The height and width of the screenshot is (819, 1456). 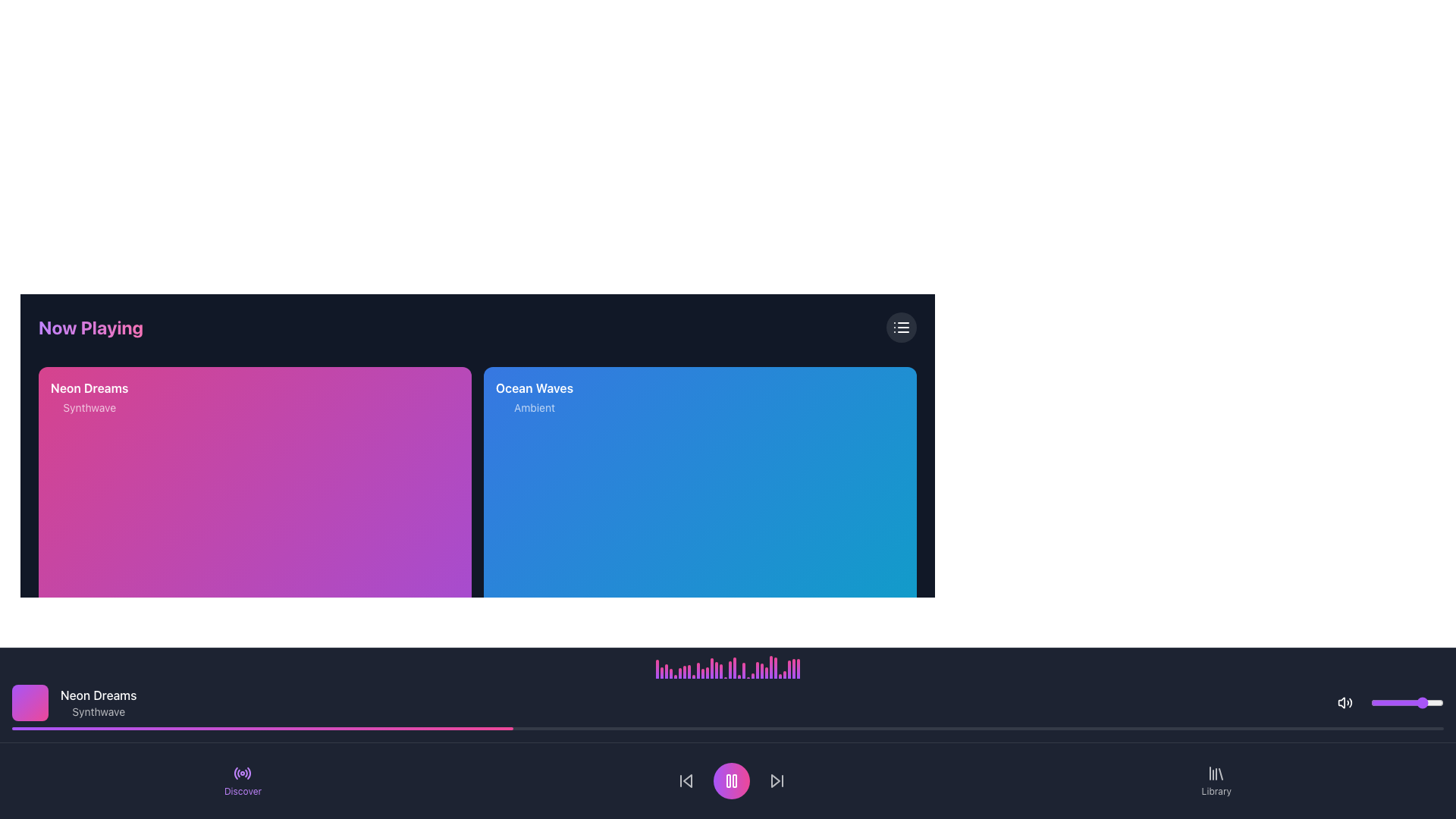 I want to click on the label positioned in the bottom-right section of the interface, so click(x=1216, y=791).